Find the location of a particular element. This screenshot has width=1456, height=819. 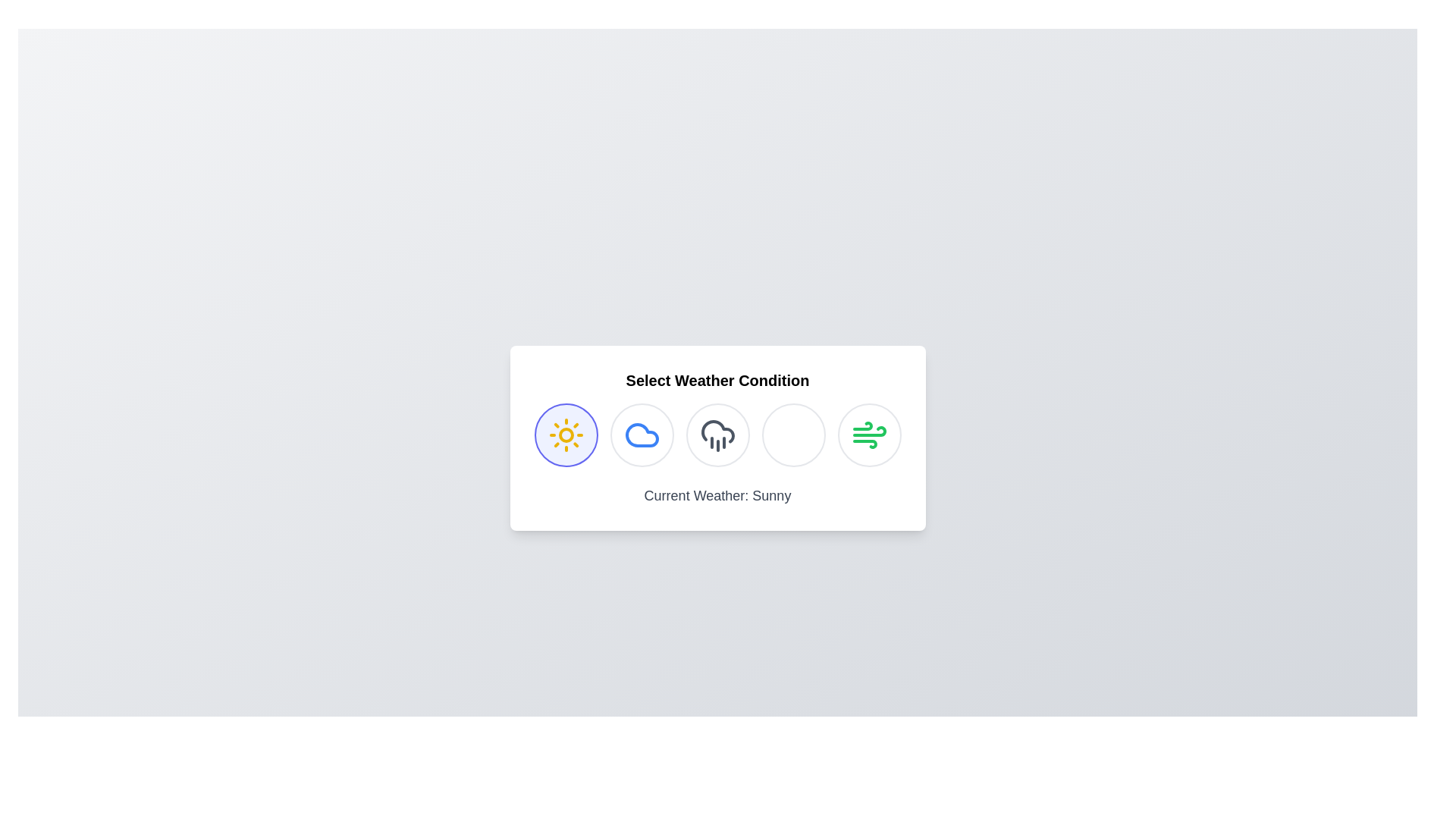

the weather condition selector icon that represents 'cloudy' weather by navigating through keyboard input is located at coordinates (642, 435).